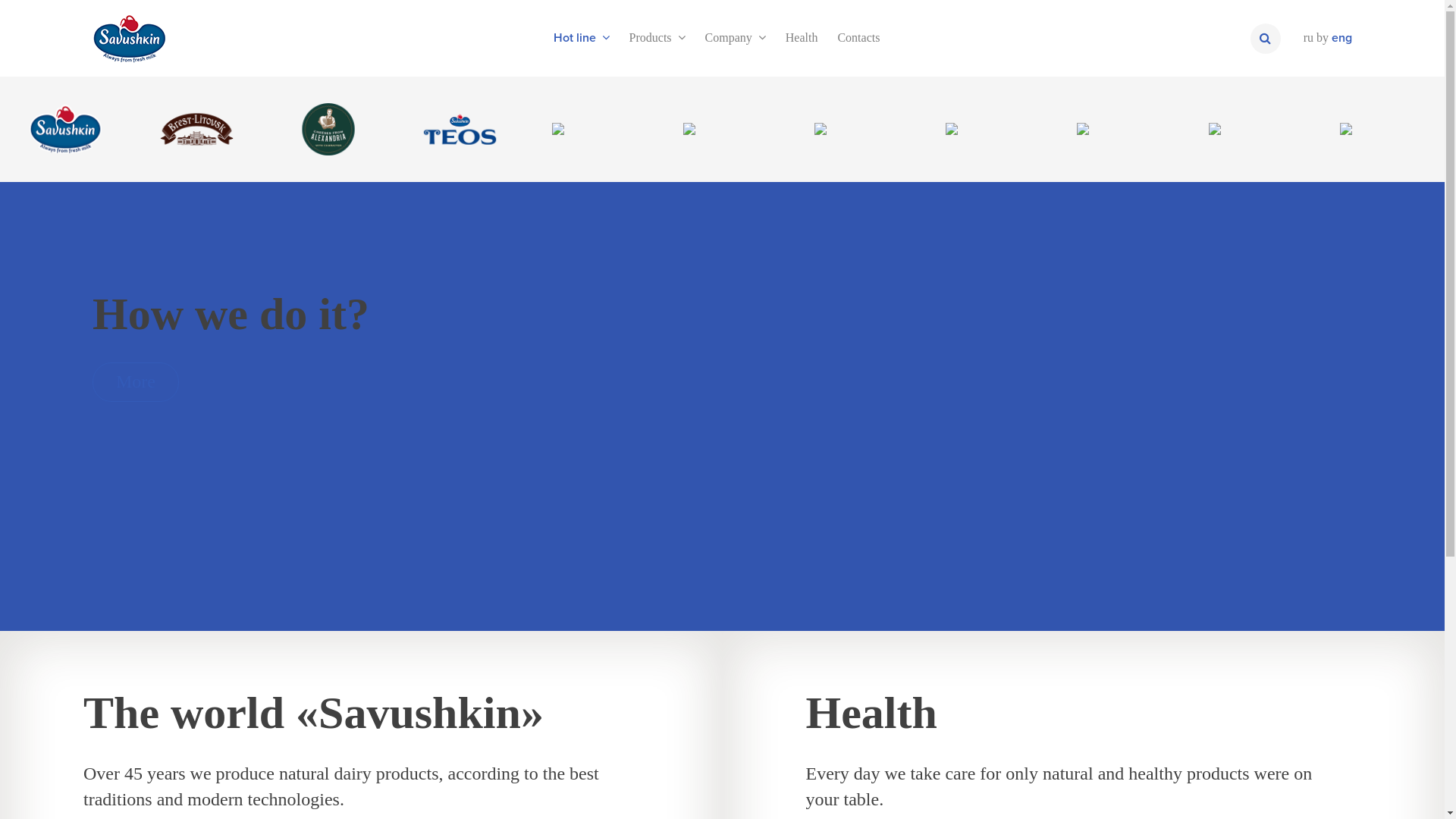  Describe the element at coordinates (801, 37) in the screenshot. I see `'Health'` at that location.